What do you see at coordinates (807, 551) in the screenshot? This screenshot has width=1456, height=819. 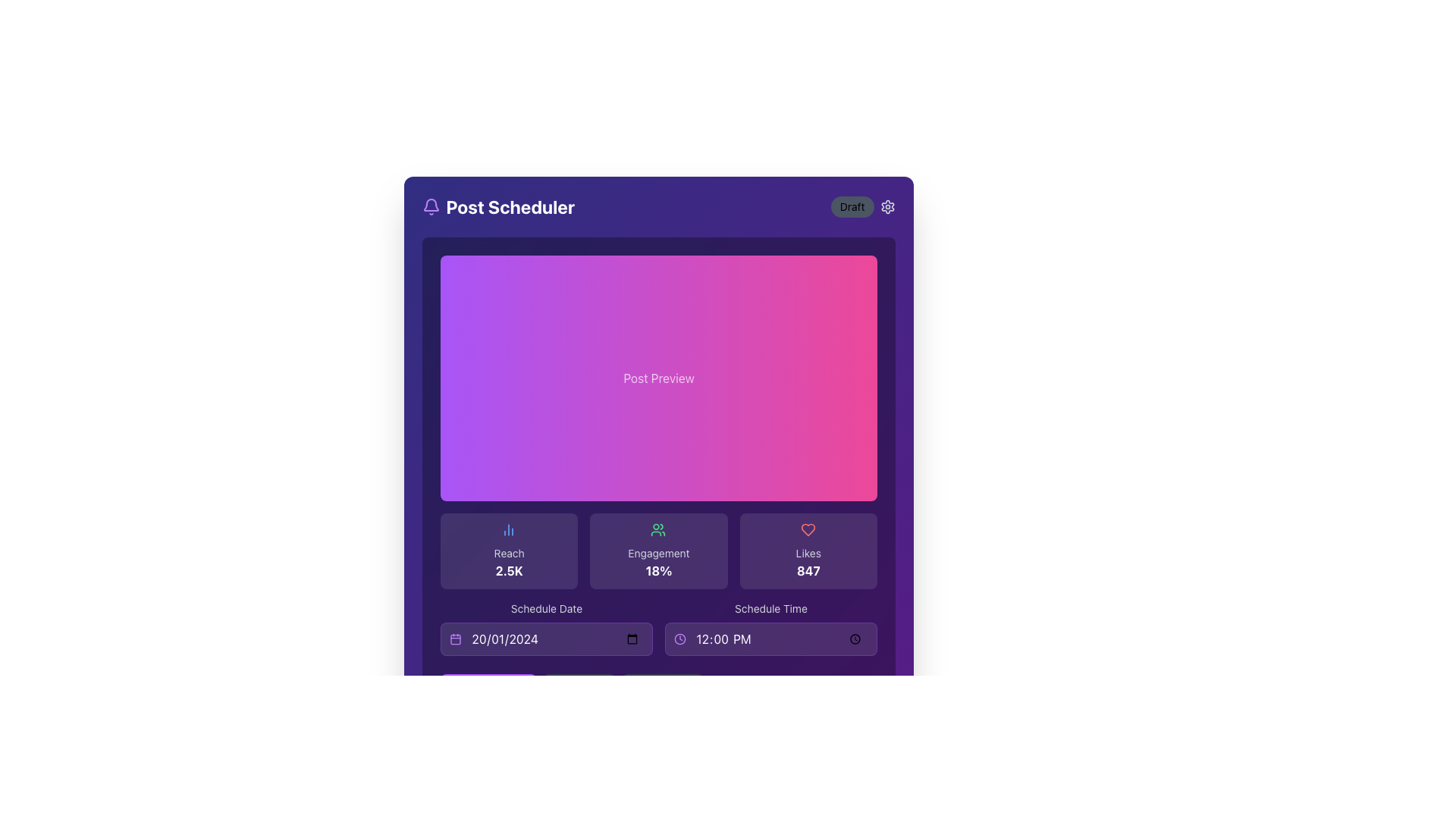 I see `displayed metric from the third Metric card, which shows the 'Likes' count of '847' with a heart icon, located at the far right of the grid below the 'Post Preview' section` at bounding box center [807, 551].